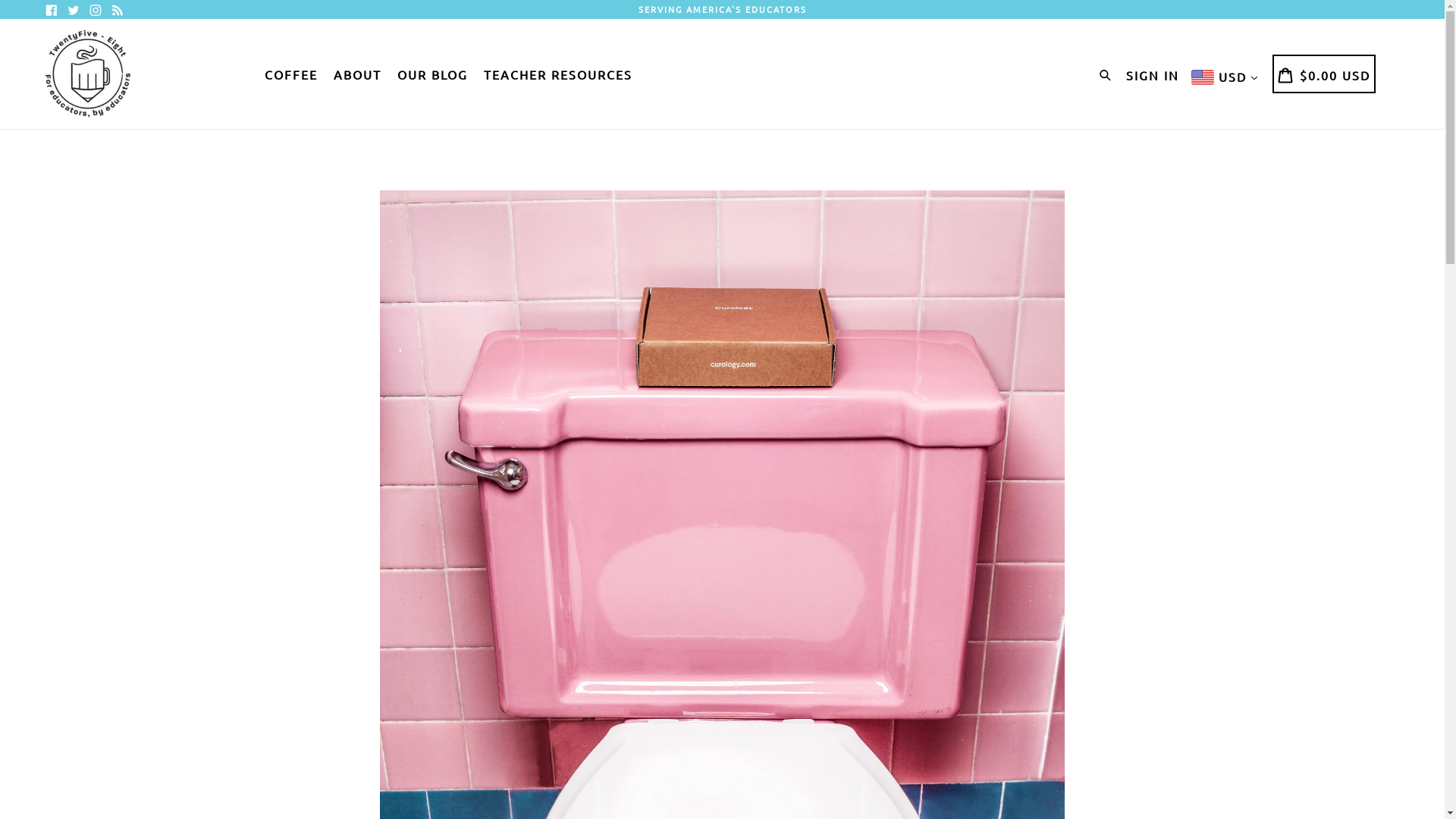 This screenshot has height=819, width=1456. I want to click on 'OUR BLOG', so click(431, 74).